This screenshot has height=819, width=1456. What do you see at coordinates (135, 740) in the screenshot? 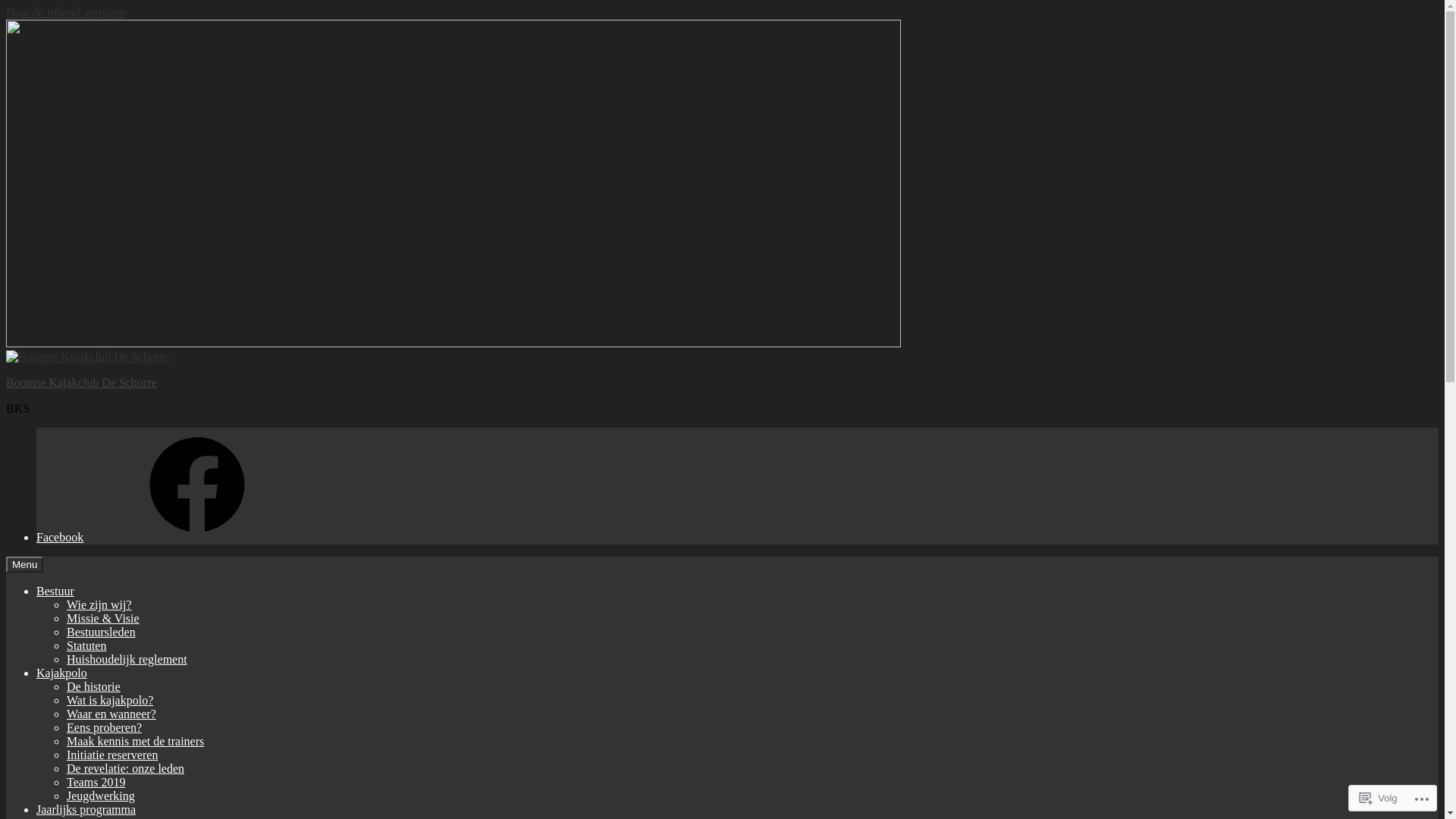
I see `'Maak kennis met de trainers'` at bounding box center [135, 740].